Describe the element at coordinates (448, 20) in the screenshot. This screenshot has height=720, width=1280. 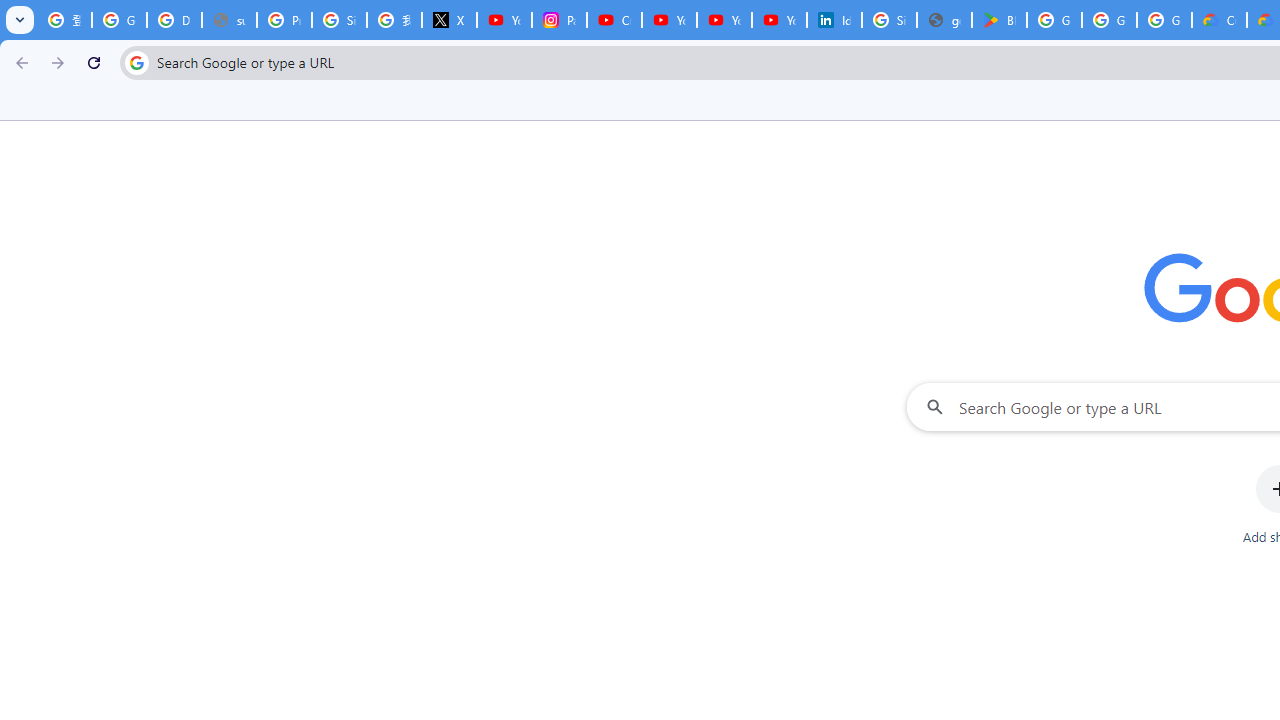
I see `'X'` at that location.